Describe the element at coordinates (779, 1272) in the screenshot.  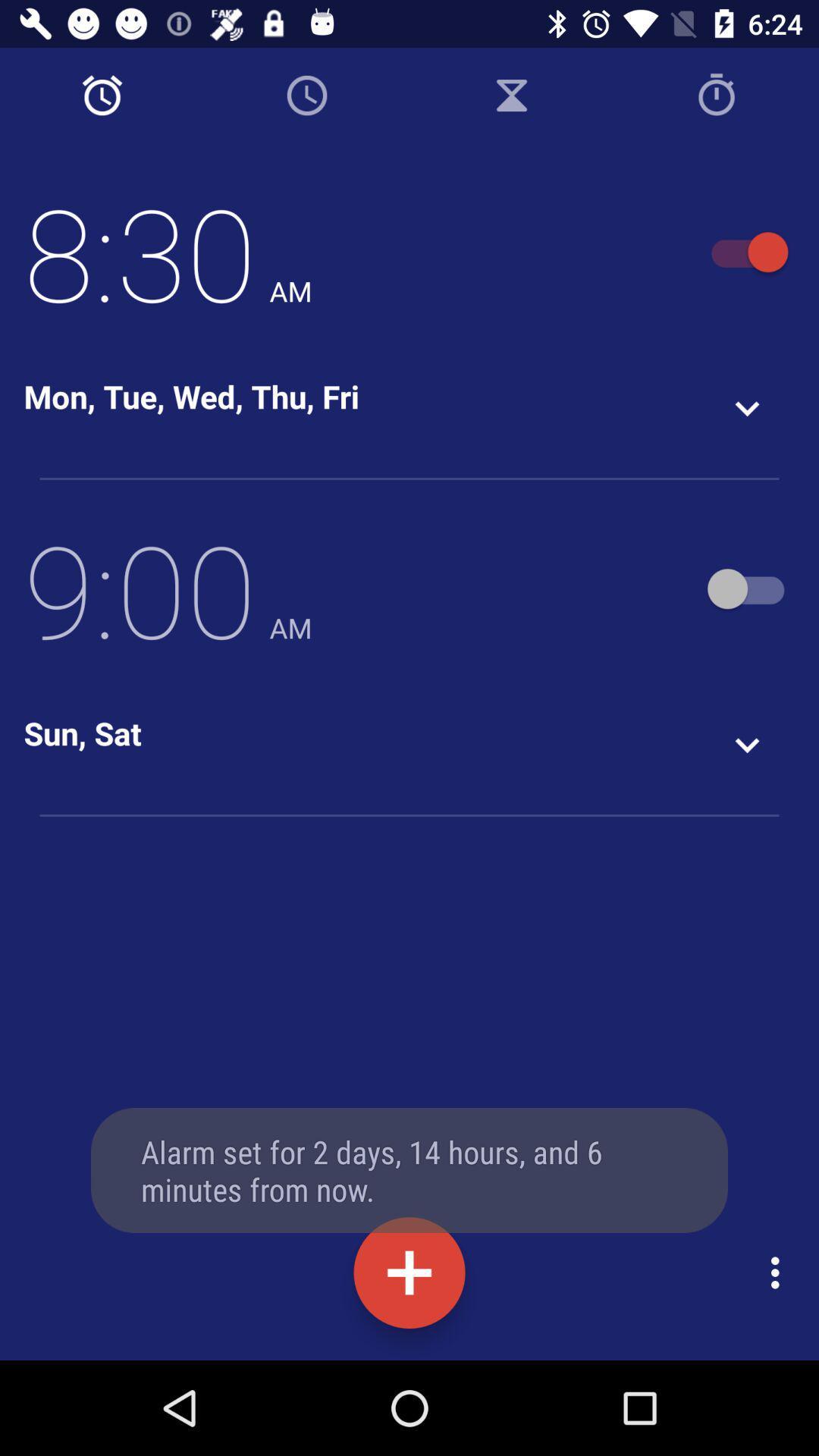
I see `the more icon` at that location.